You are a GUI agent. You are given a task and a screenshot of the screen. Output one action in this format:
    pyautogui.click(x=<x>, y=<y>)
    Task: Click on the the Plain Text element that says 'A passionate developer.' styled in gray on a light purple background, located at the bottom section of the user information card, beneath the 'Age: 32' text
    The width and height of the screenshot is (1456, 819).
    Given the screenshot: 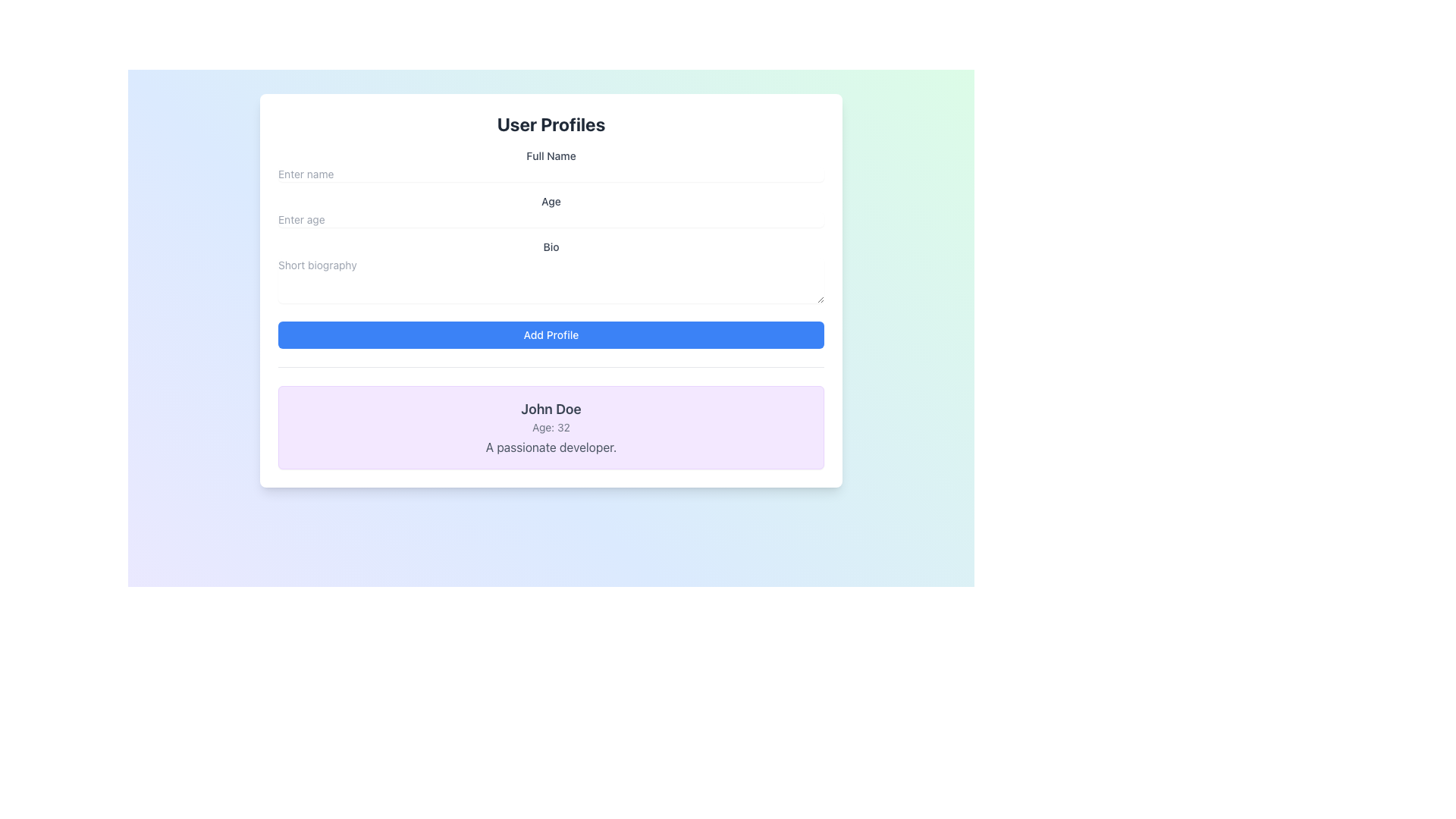 What is the action you would take?
    pyautogui.click(x=550, y=447)
    